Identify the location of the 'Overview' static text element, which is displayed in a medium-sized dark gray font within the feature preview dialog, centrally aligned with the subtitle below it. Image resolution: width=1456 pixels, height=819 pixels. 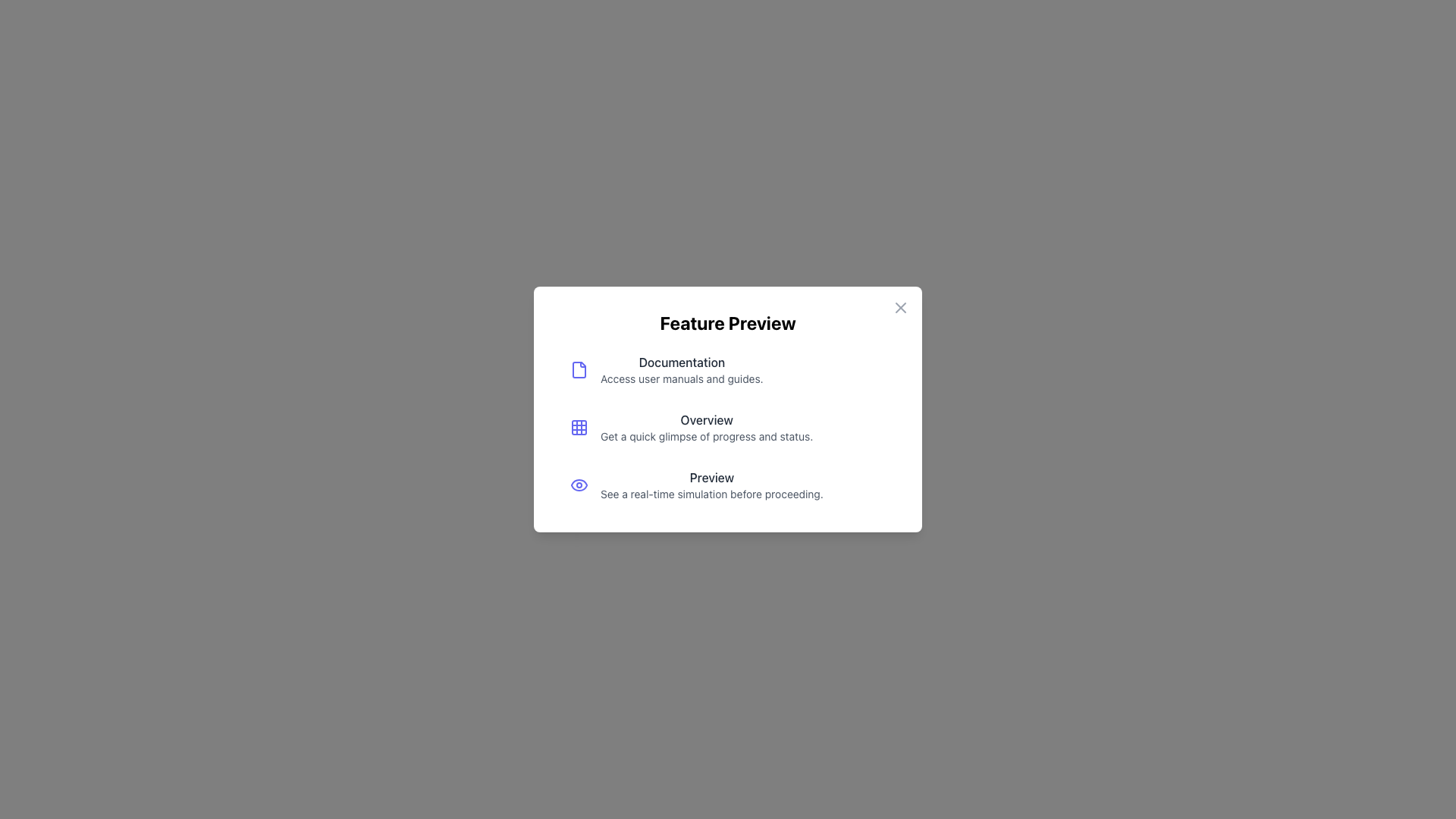
(706, 420).